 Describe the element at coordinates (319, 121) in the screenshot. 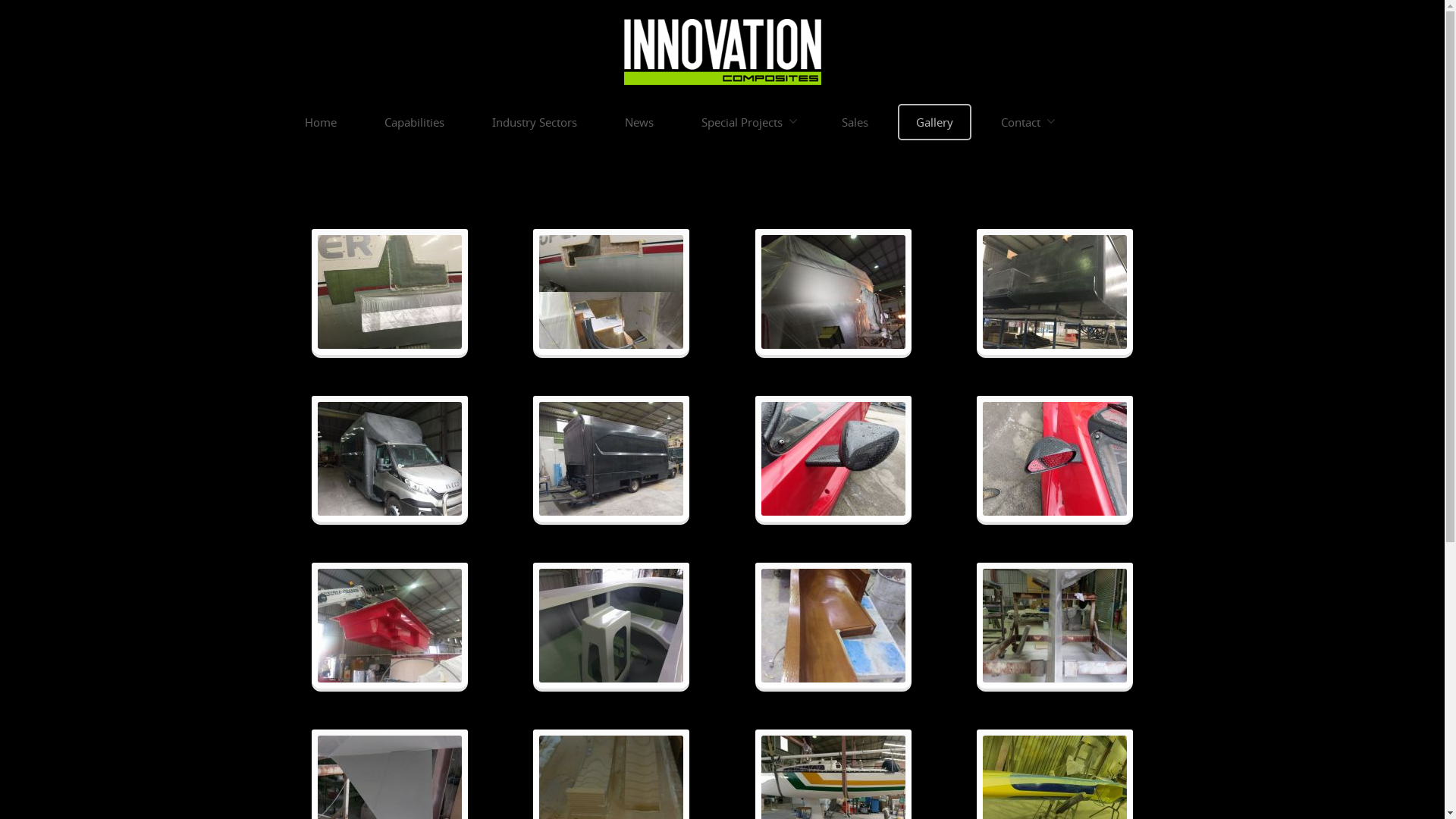

I see `'Home'` at that location.